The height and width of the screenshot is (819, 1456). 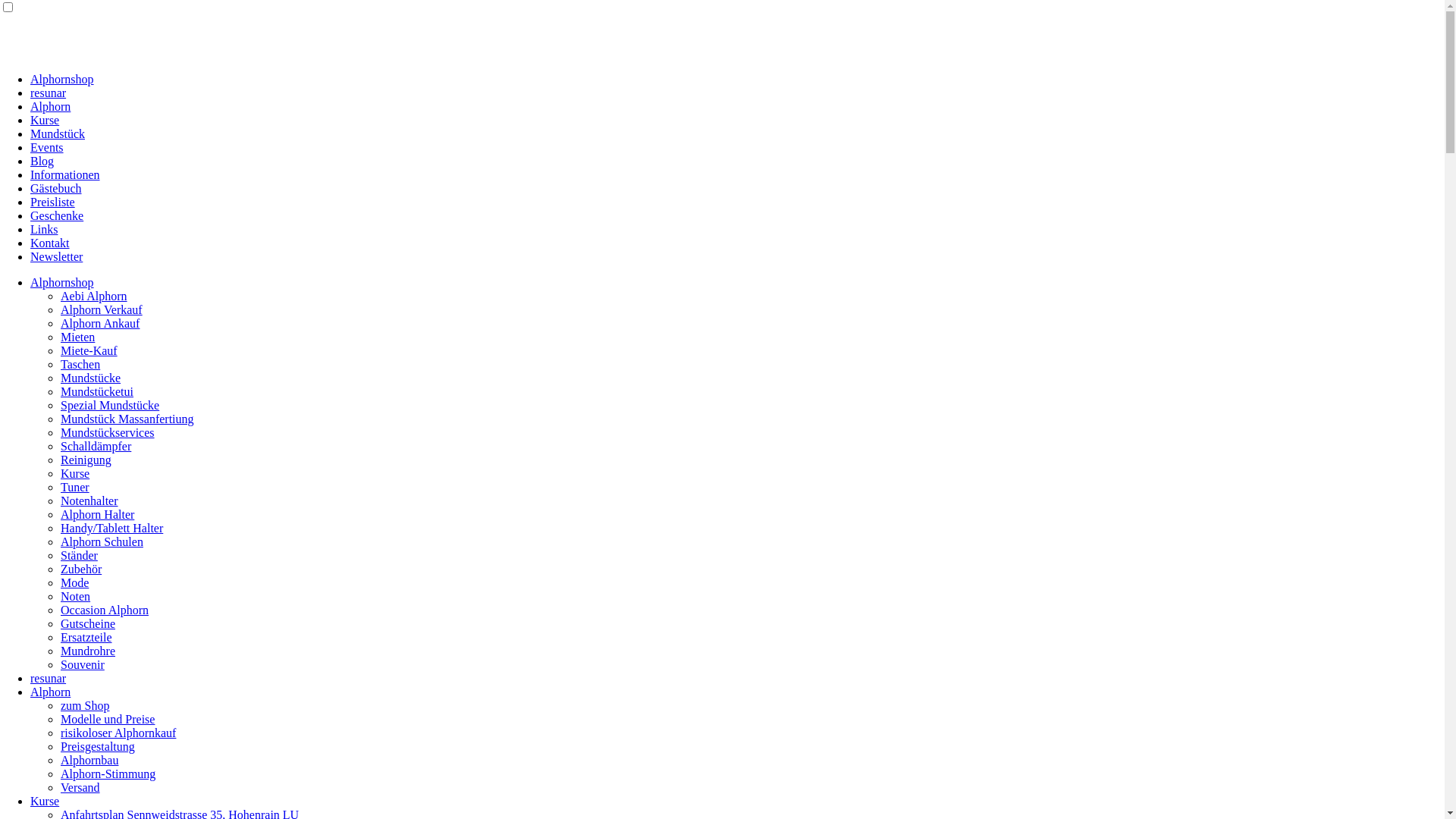 I want to click on 'Ersatzteile', so click(x=86, y=637).